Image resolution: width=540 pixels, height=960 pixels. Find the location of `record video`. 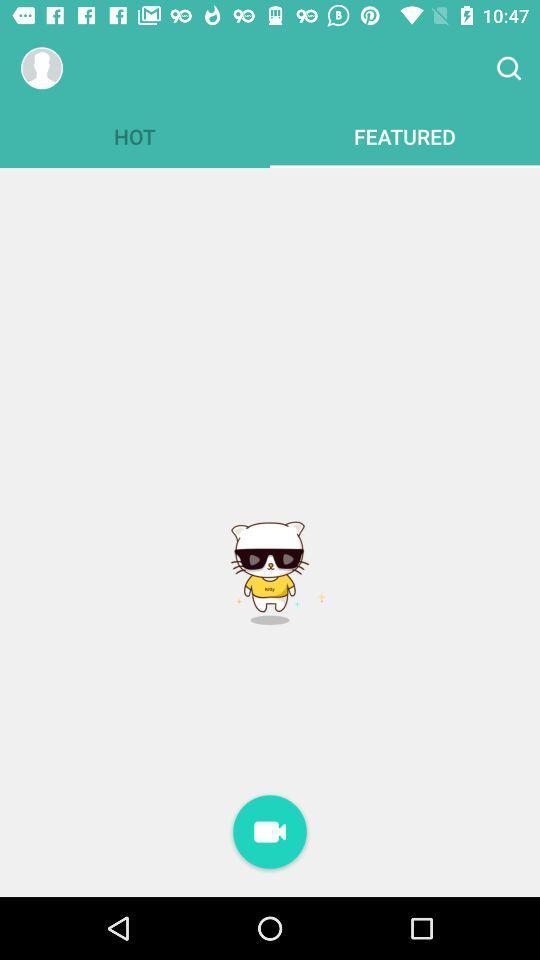

record video is located at coordinates (270, 833).